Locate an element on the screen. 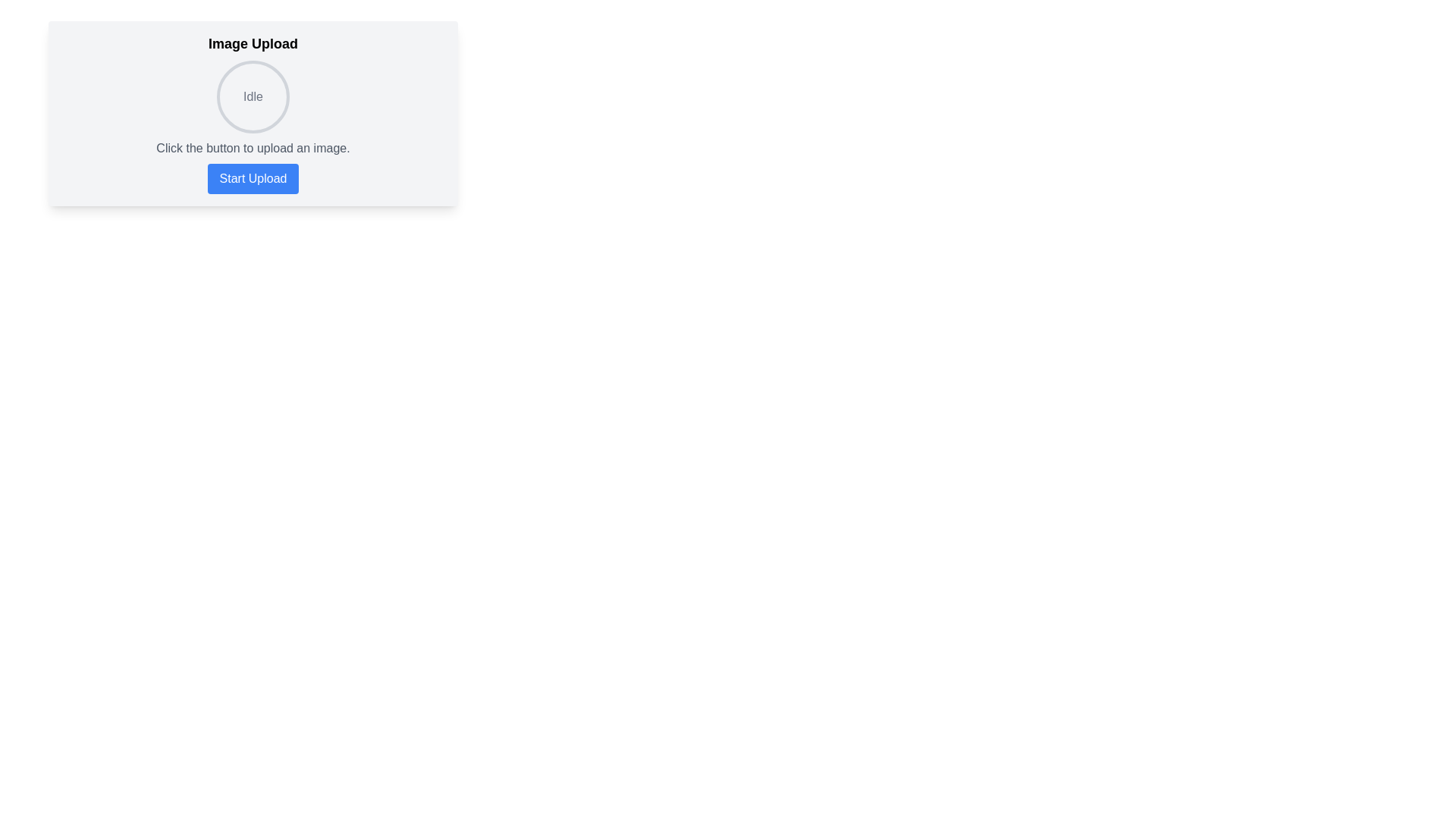 Image resolution: width=1456 pixels, height=819 pixels. the 'Start Upload' button is located at coordinates (253, 177).